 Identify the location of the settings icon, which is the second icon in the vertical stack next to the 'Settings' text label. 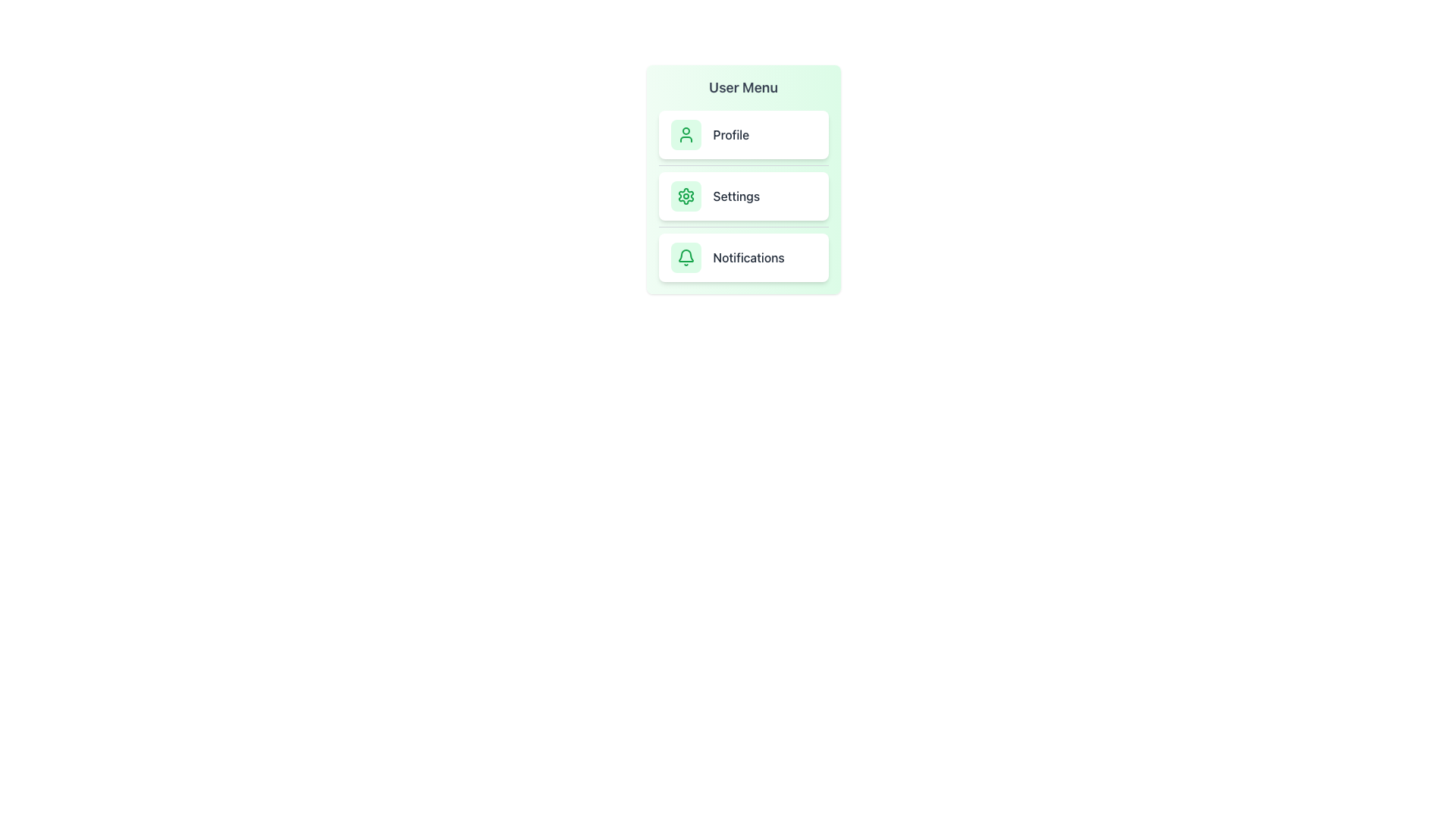
(685, 195).